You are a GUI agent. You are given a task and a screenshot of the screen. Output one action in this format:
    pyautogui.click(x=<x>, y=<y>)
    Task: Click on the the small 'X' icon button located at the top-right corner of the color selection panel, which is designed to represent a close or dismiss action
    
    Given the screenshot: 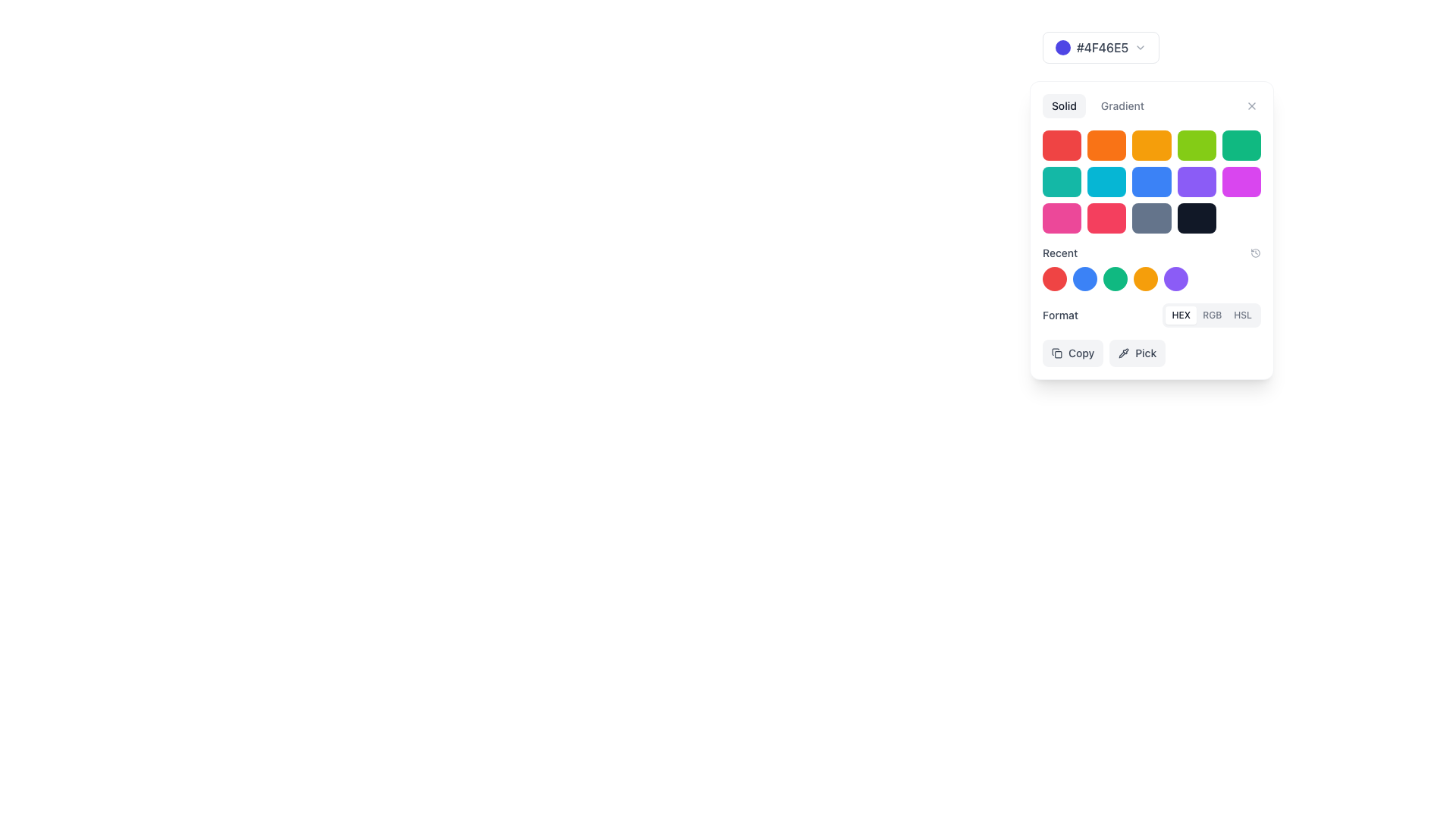 What is the action you would take?
    pyautogui.click(x=1252, y=105)
    